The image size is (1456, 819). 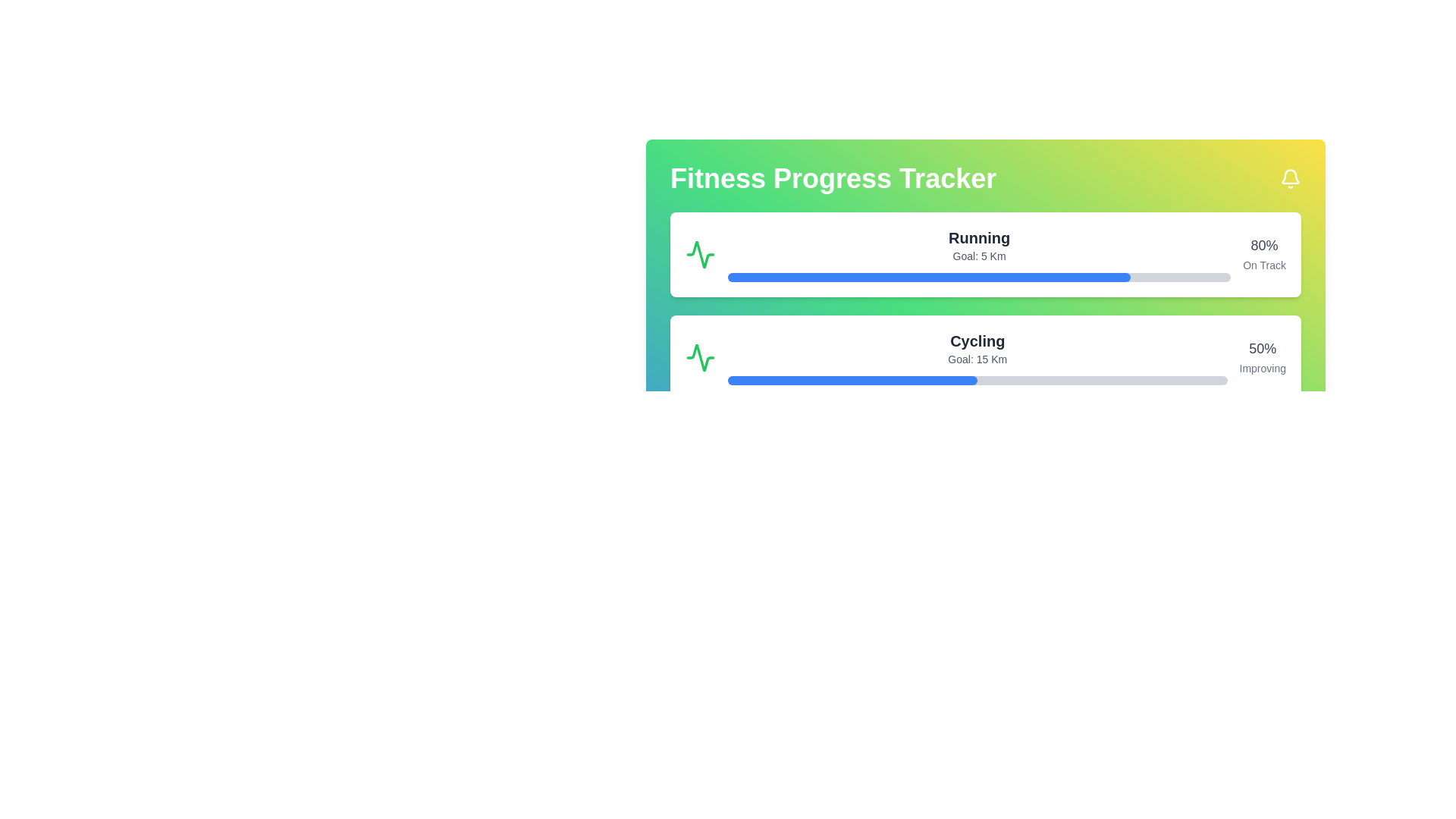 I want to click on the filled part of the progress bar indicating 50% progress for the 'Cycling' goal, so click(x=852, y=379).